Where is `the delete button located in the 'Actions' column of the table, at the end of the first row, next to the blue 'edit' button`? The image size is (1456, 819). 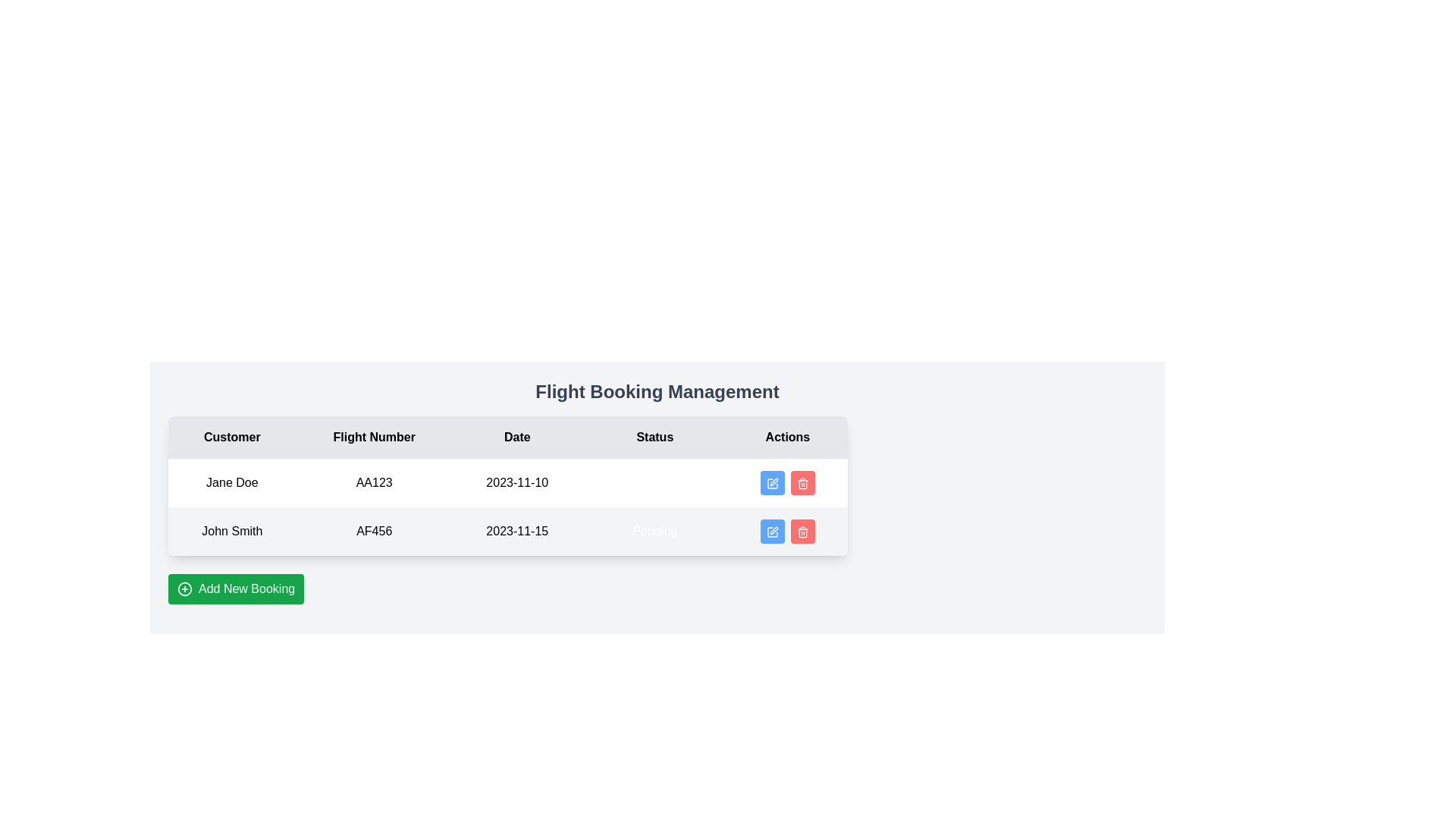 the delete button located in the 'Actions' column of the table, at the end of the first row, next to the blue 'edit' button is located at coordinates (802, 482).